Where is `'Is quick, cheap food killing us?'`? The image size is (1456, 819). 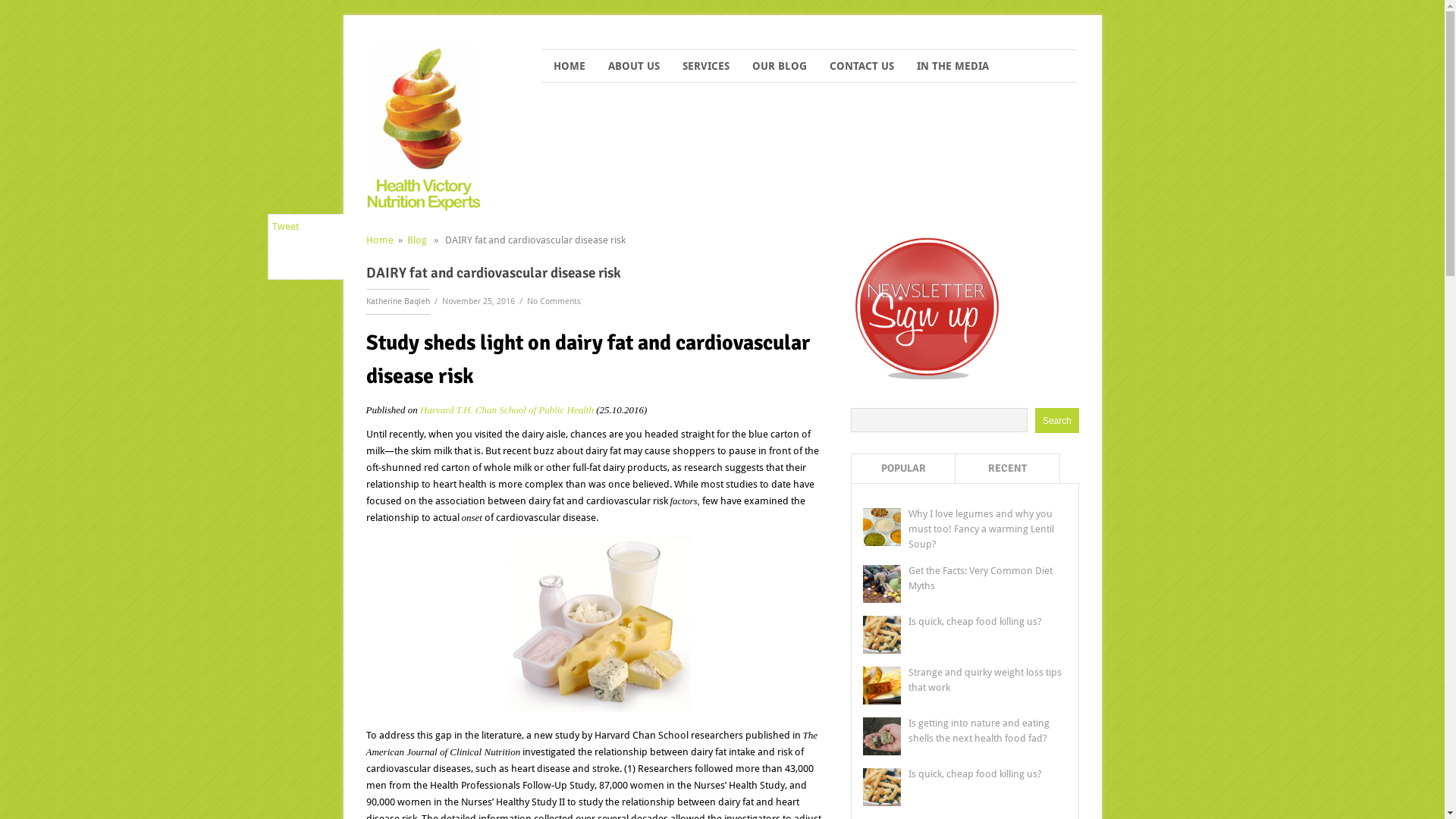
'Is quick, cheap food killing us?' is located at coordinates (975, 773).